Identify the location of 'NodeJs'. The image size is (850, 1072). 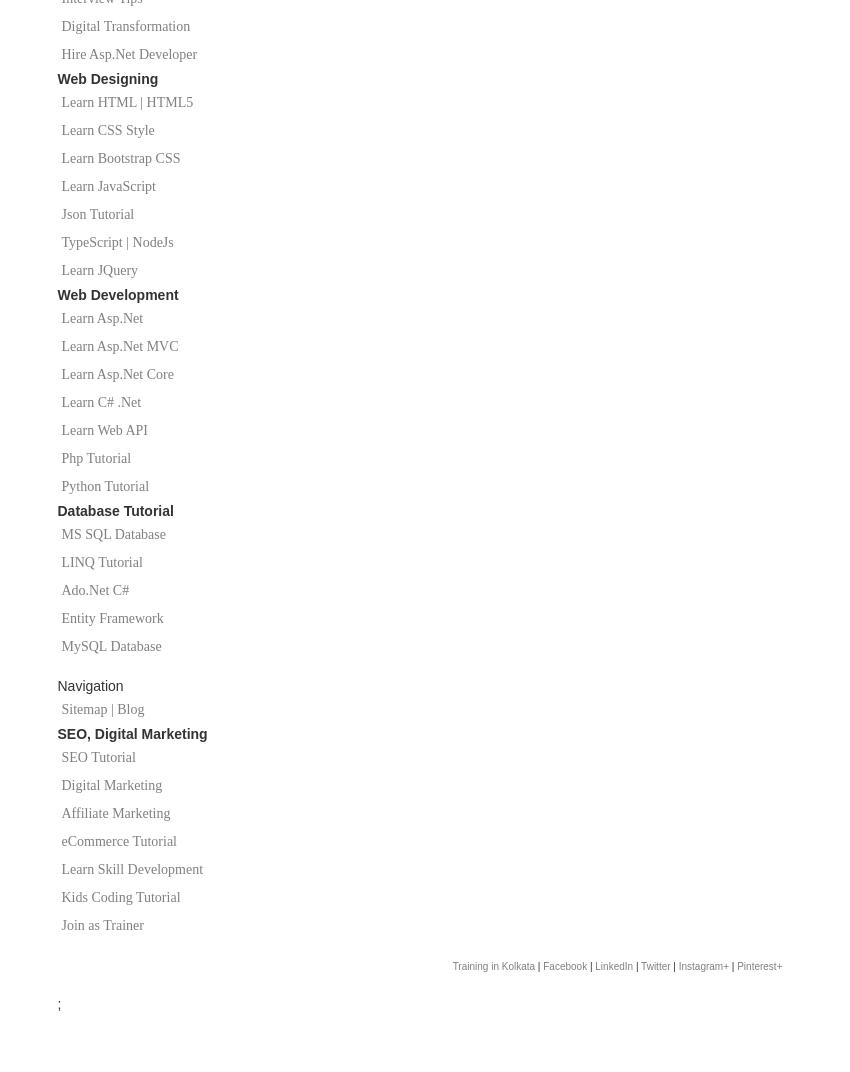
(152, 242).